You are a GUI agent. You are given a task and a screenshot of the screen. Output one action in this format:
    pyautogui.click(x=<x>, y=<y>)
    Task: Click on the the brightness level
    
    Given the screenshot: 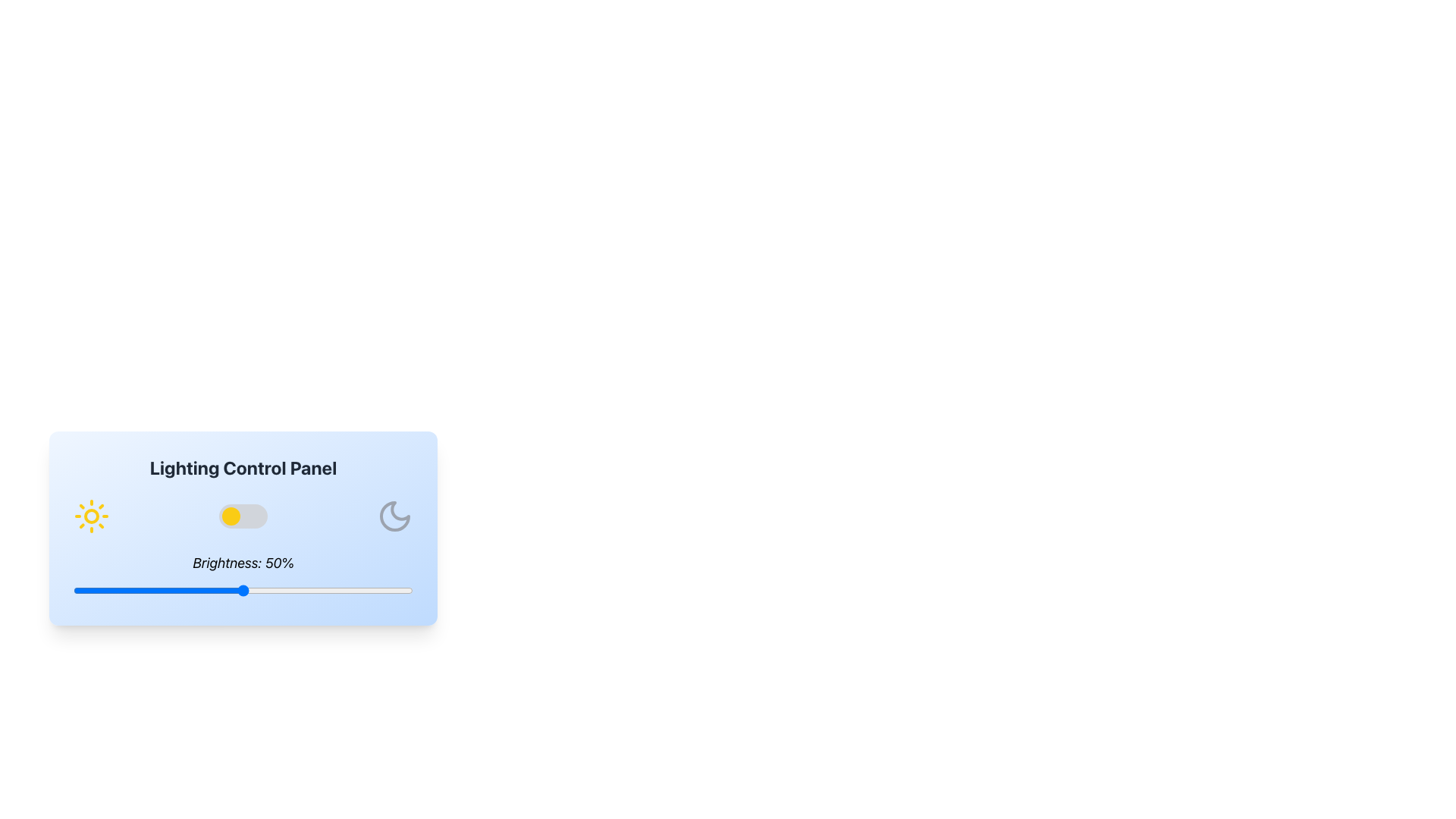 What is the action you would take?
    pyautogui.click(x=243, y=590)
    